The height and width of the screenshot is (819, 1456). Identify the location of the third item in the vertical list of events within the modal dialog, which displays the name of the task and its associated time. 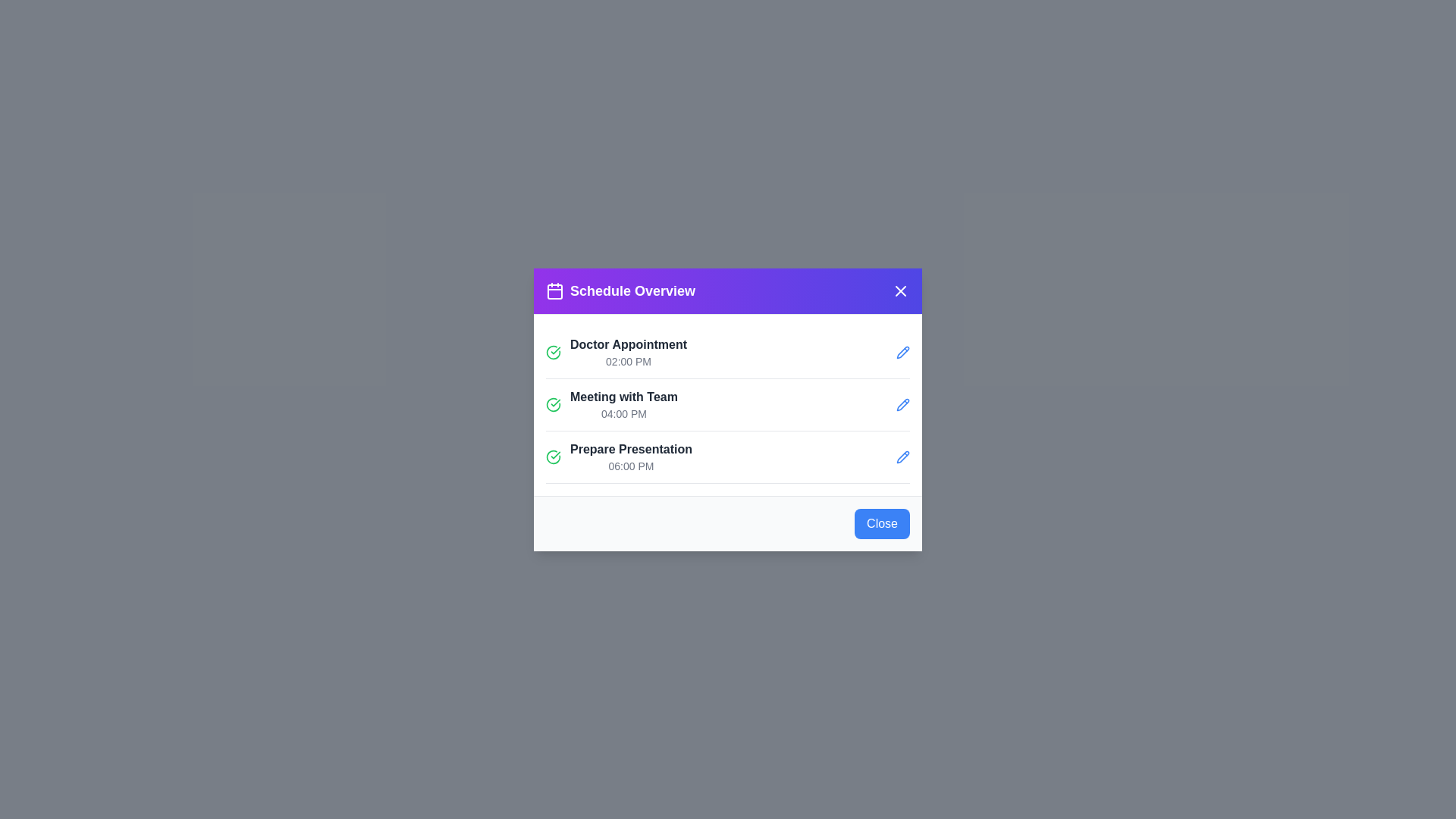
(631, 456).